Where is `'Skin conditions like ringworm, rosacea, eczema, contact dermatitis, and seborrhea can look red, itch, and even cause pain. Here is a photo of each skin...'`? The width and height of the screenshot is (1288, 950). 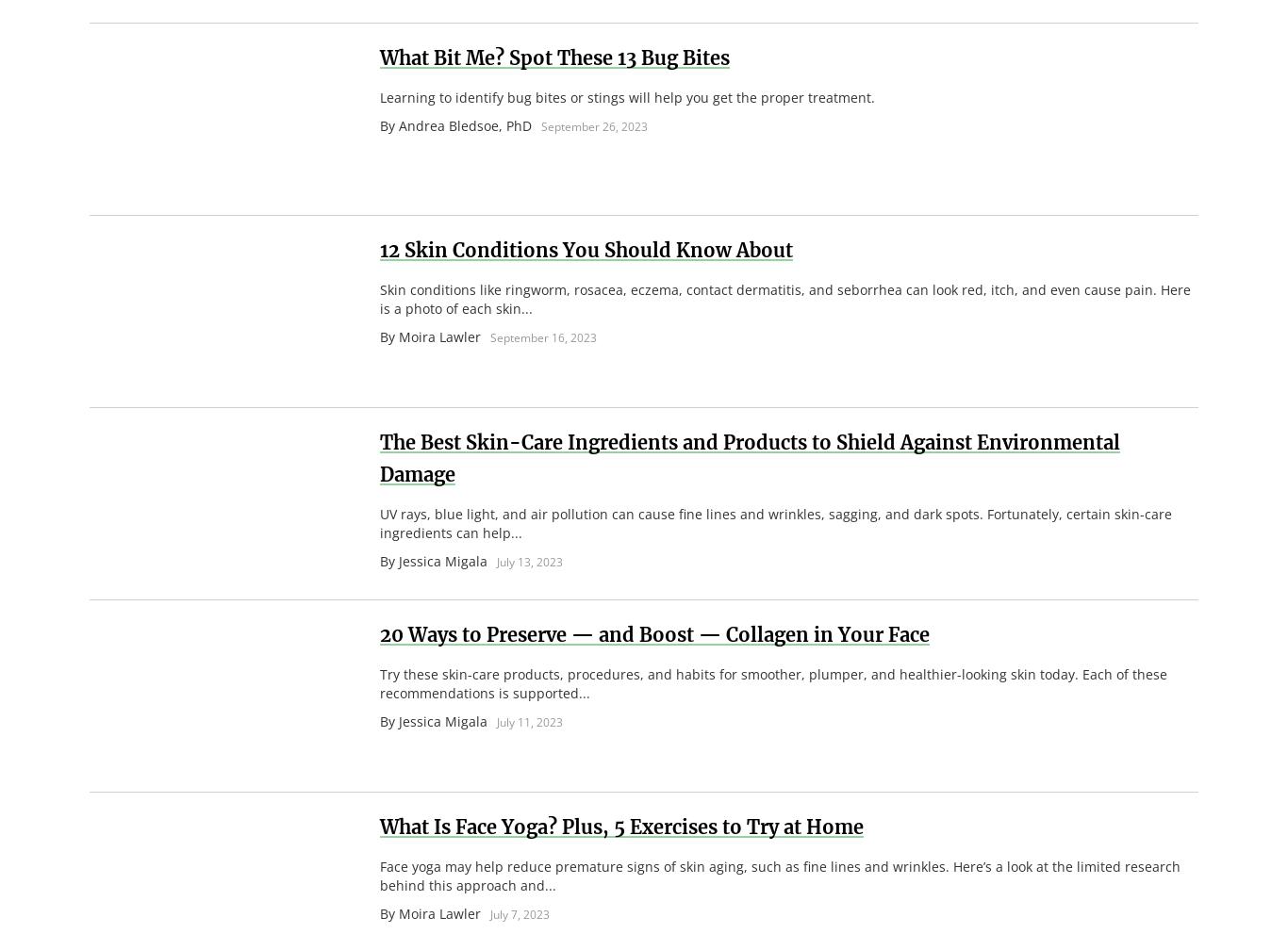 'Skin conditions like ringworm, rosacea, eczema, contact dermatitis, and seborrhea can look red, itch, and even cause pain. Here is a photo of each skin...' is located at coordinates (784, 298).